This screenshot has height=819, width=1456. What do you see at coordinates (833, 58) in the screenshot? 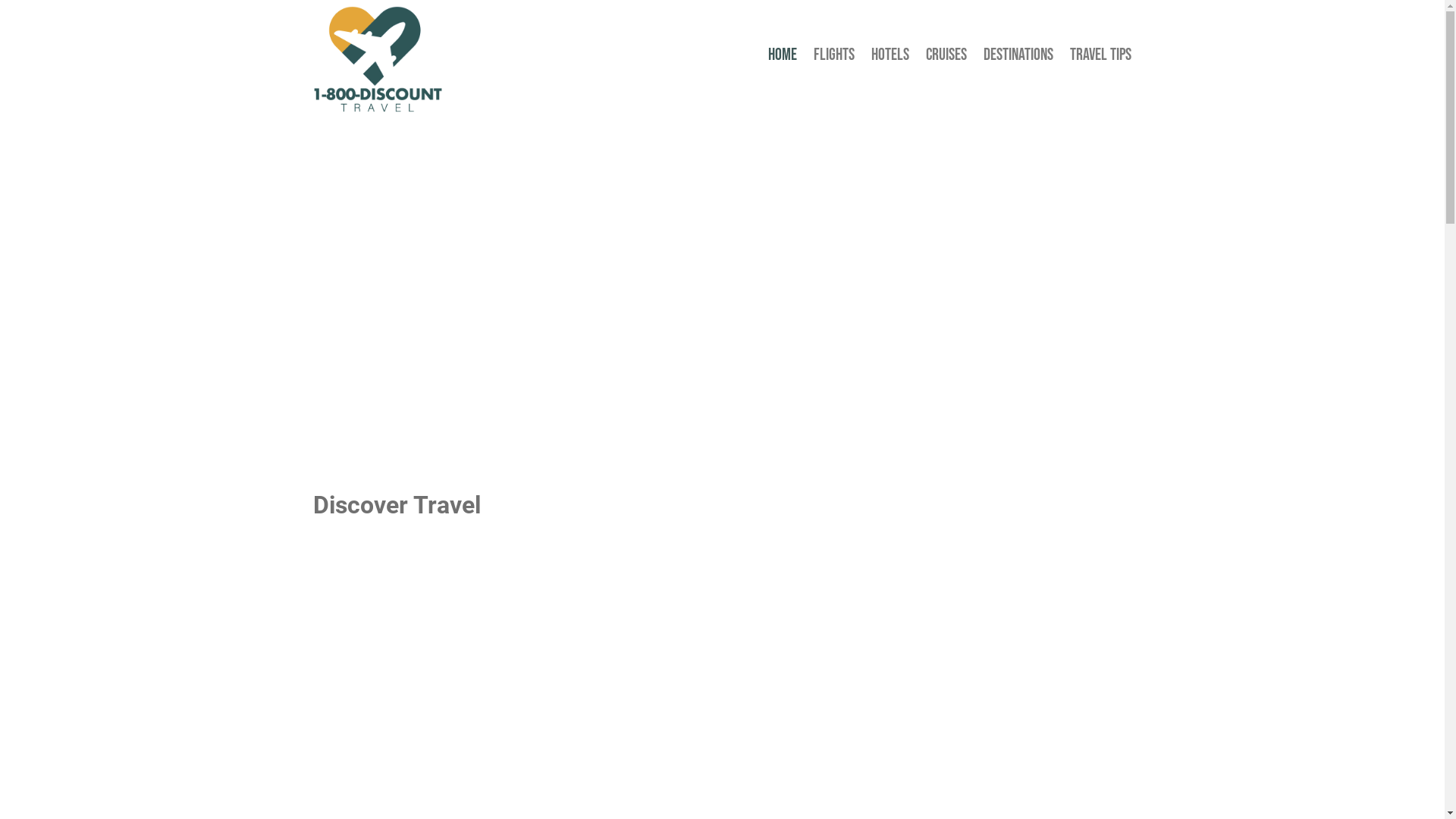
I see `'FLIGHTS'` at bounding box center [833, 58].